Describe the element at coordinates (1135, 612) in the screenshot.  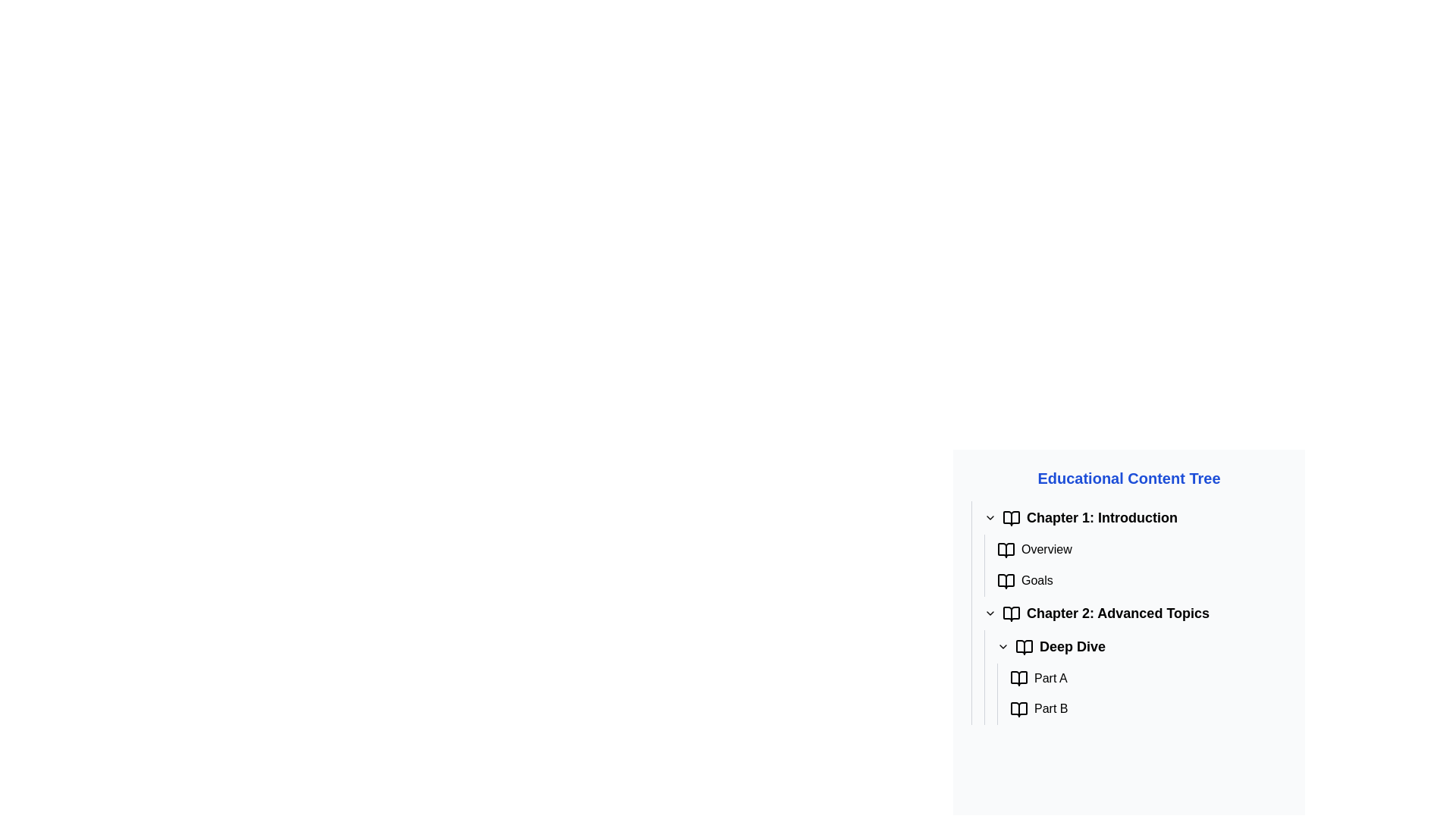
I see `the triangular indicator icon next to 'Chapter 2: Advanced Topics'` at that location.